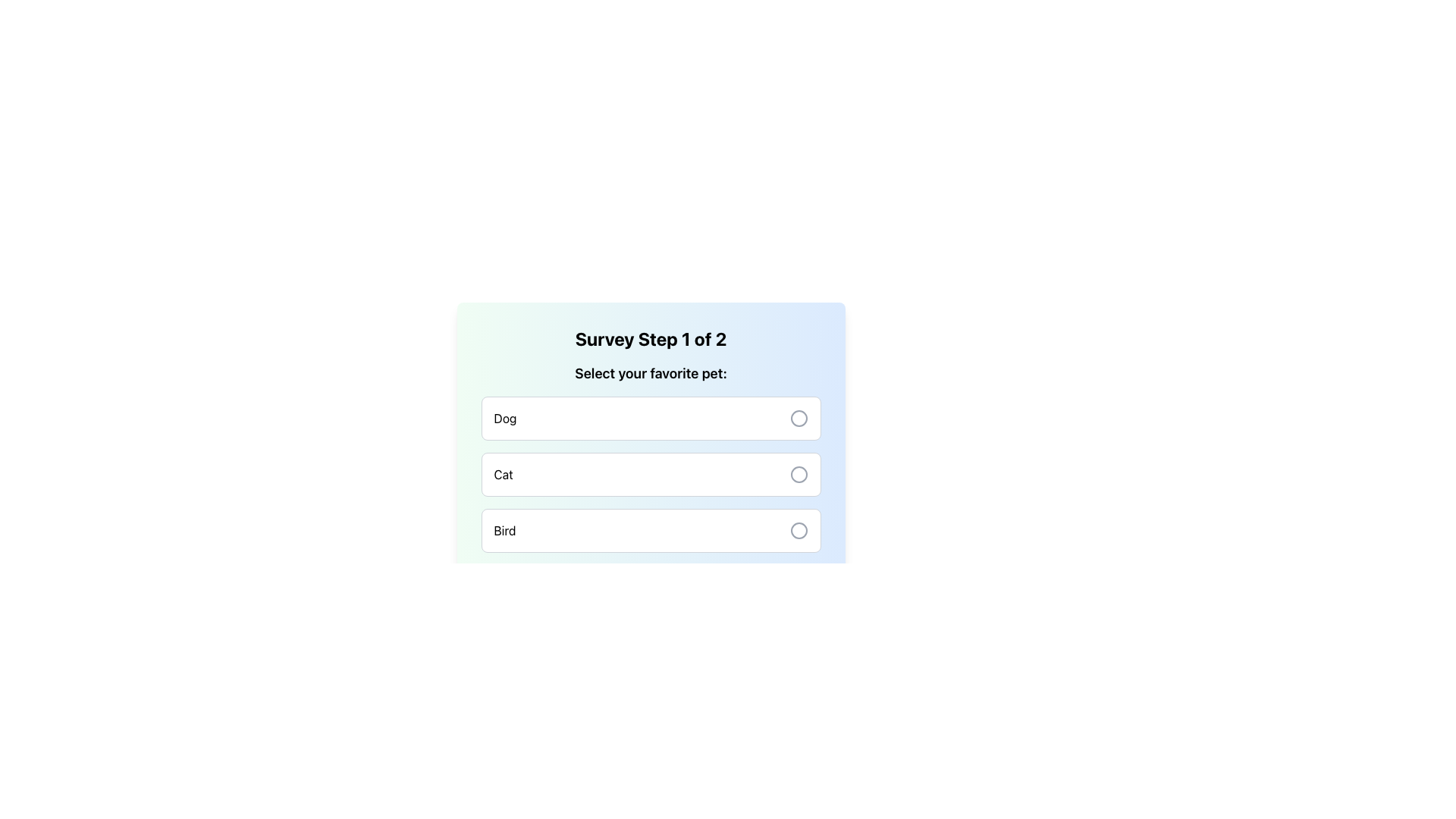 The width and height of the screenshot is (1456, 819). Describe the element at coordinates (505, 418) in the screenshot. I see `'Dog' label text that serves as a description for the first survey option, indicating the user's choice for 'Dog'` at that location.